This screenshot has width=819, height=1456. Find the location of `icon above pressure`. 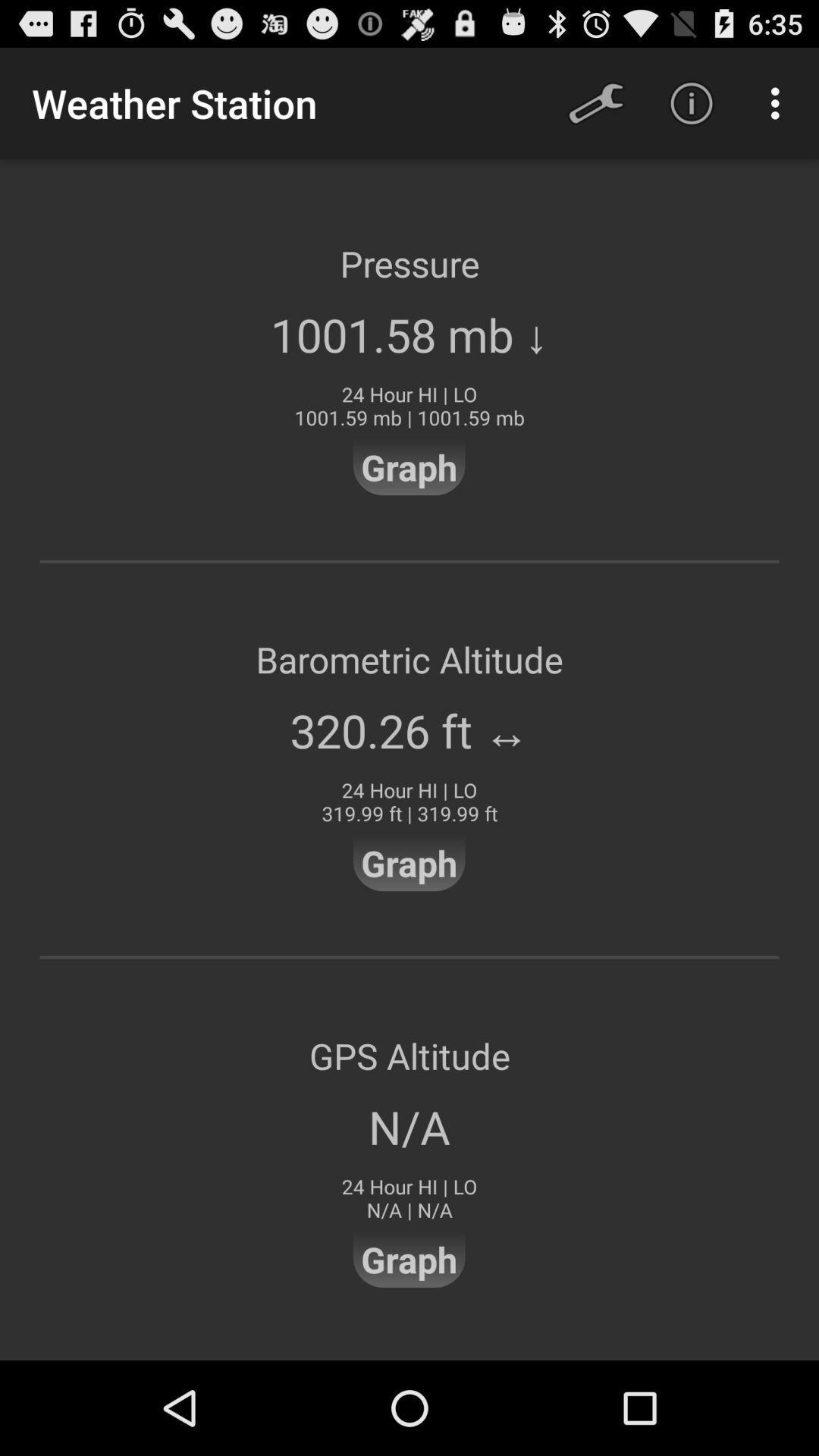

icon above pressure is located at coordinates (595, 102).